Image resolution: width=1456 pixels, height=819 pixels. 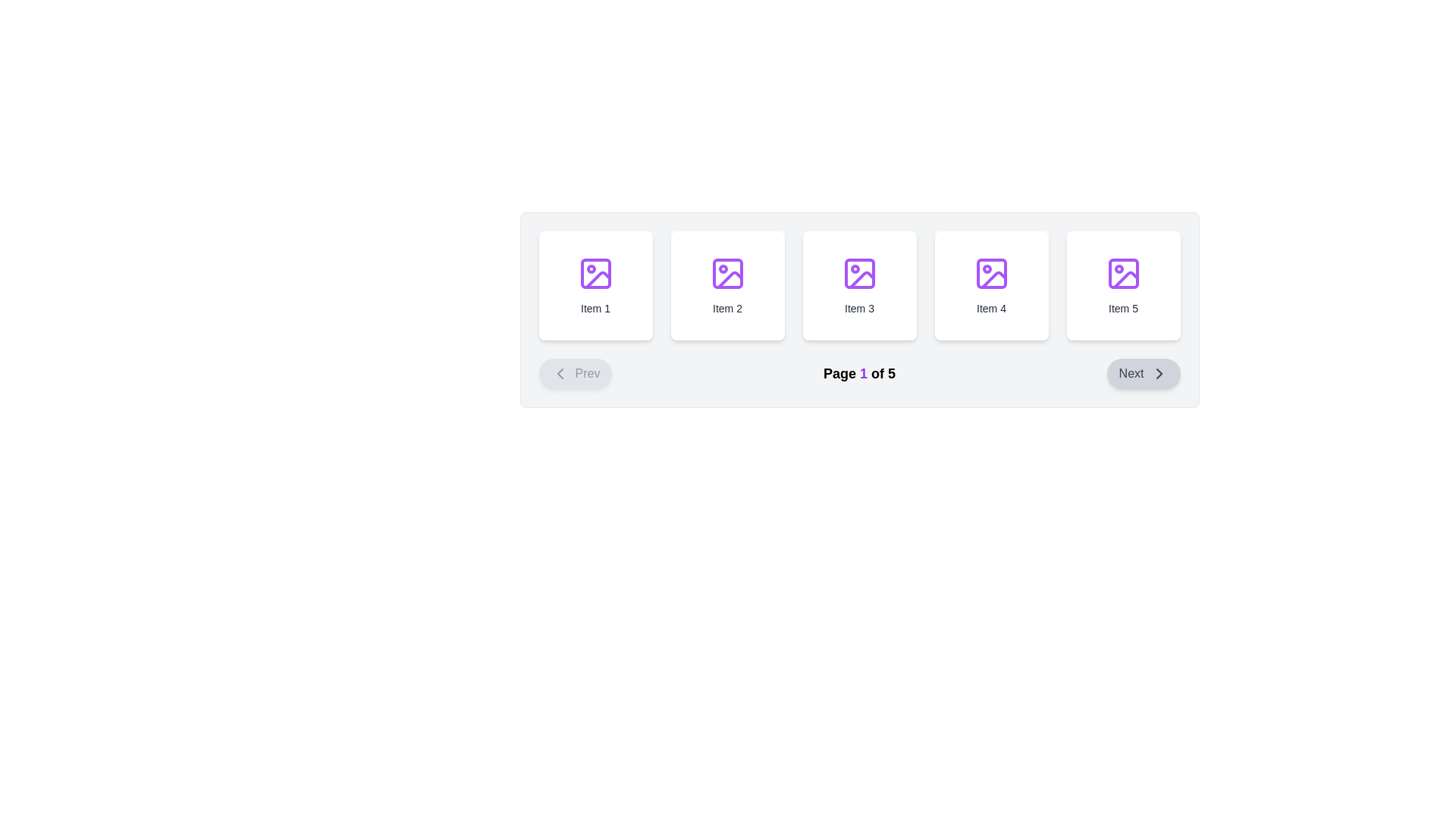 What do you see at coordinates (1123, 274) in the screenshot?
I see `the purple SVG icon resembling an image frame located in the fifth item of a horizontally aligned list, above the label 'Item 5'` at bounding box center [1123, 274].